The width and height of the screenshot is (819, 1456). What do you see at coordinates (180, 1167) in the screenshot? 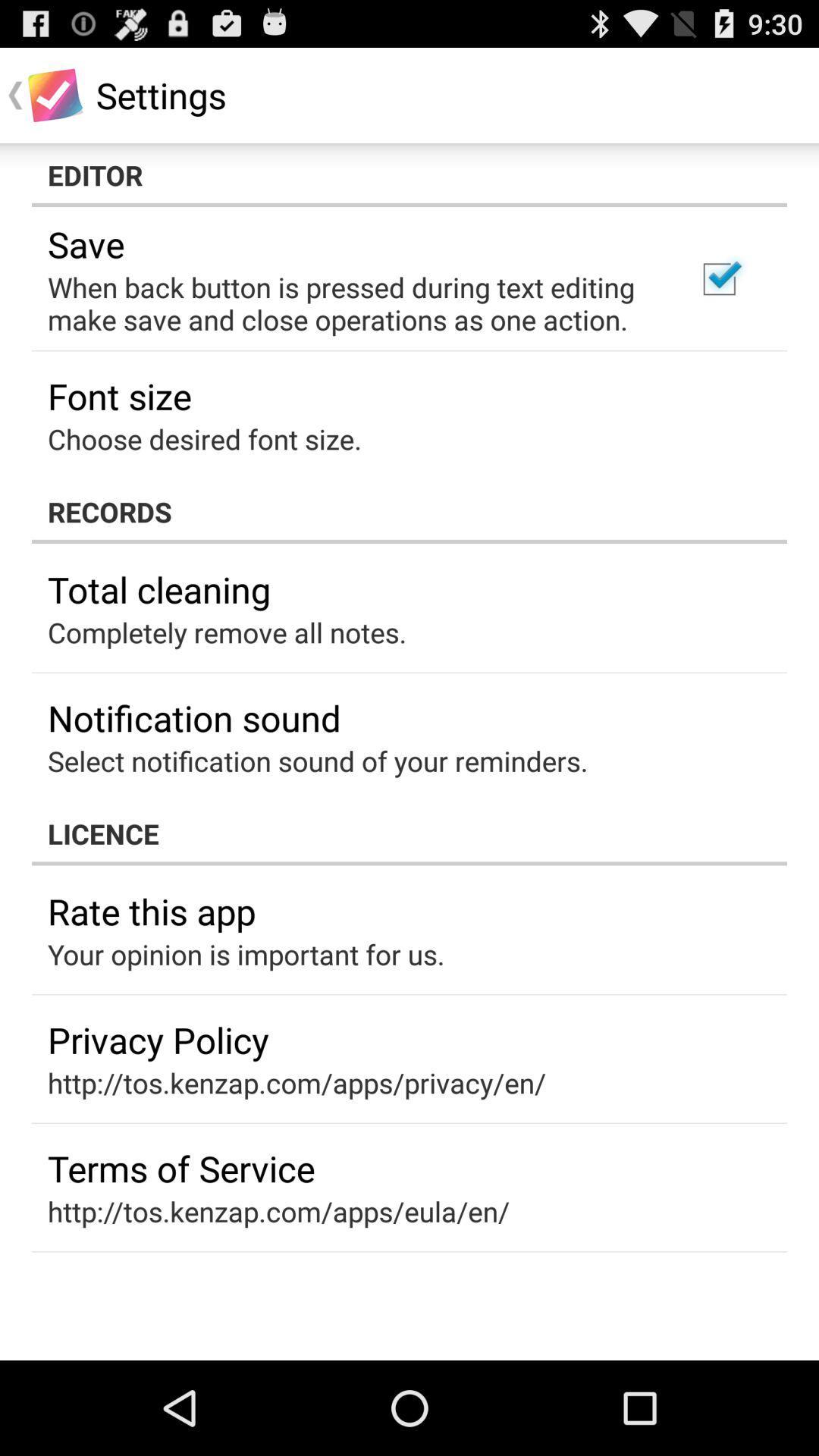
I see `terms of service app` at bounding box center [180, 1167].